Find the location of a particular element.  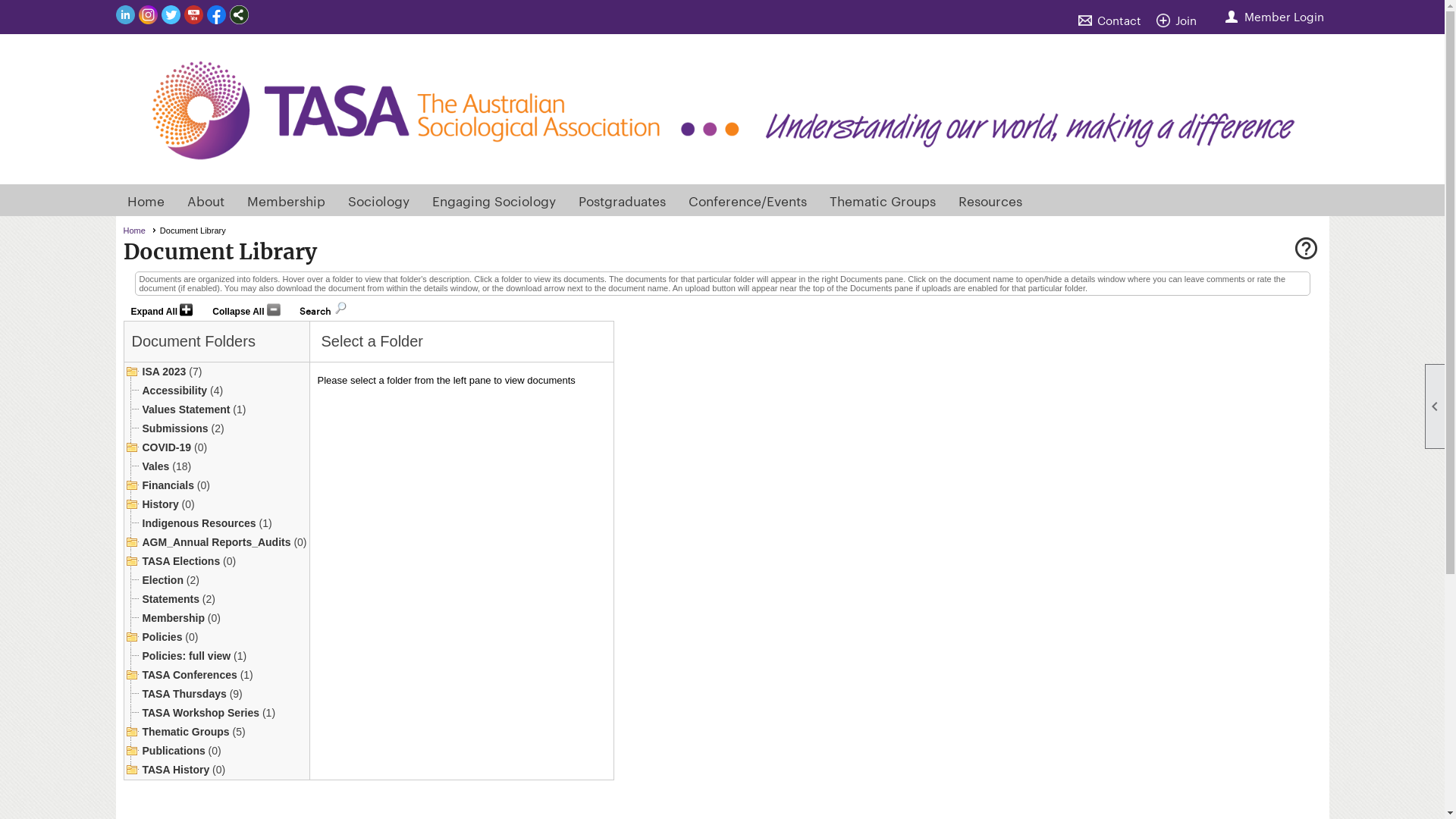

'Home' is located at coordinates (146, 199).